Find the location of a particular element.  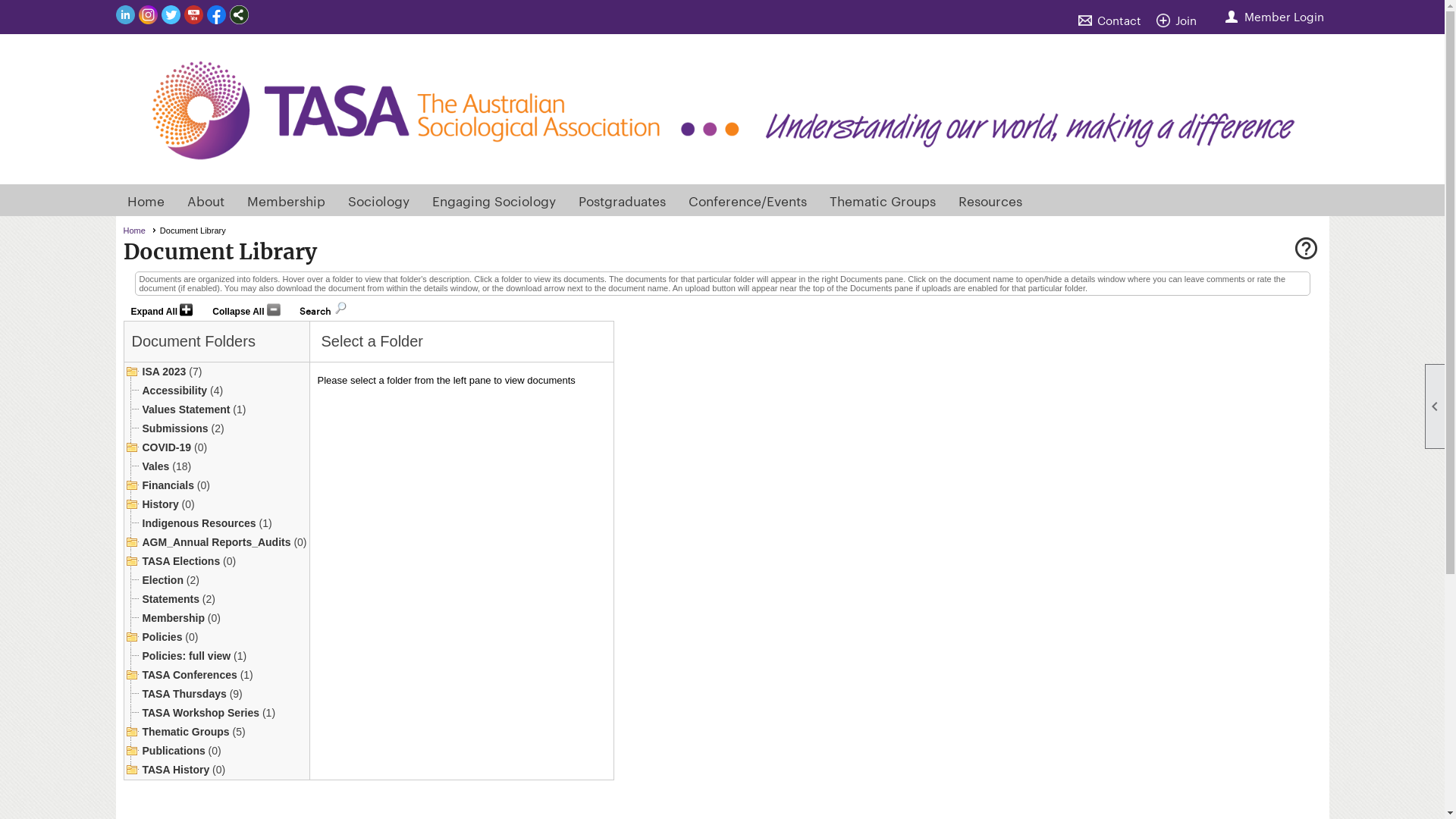

'Home' is located at coordinates (146, 199).